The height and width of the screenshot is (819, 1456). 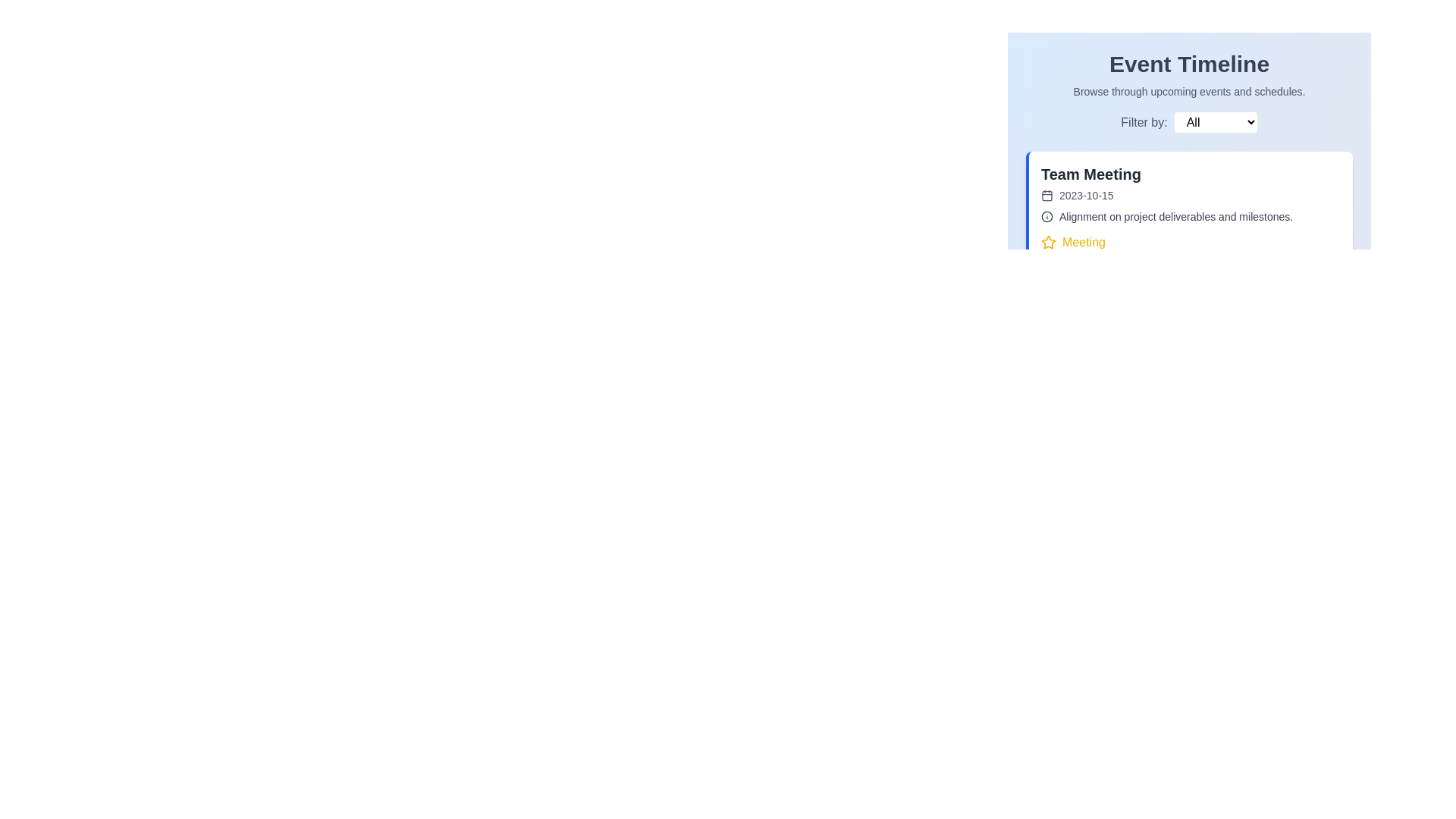 What do you see at coordinates (1090, 195) in the screenshot?
I see `date displayed in the Text label that is located below the 'Team Meeting' heading, aligned with the calendar icon` at bounding box center [1090, 195].